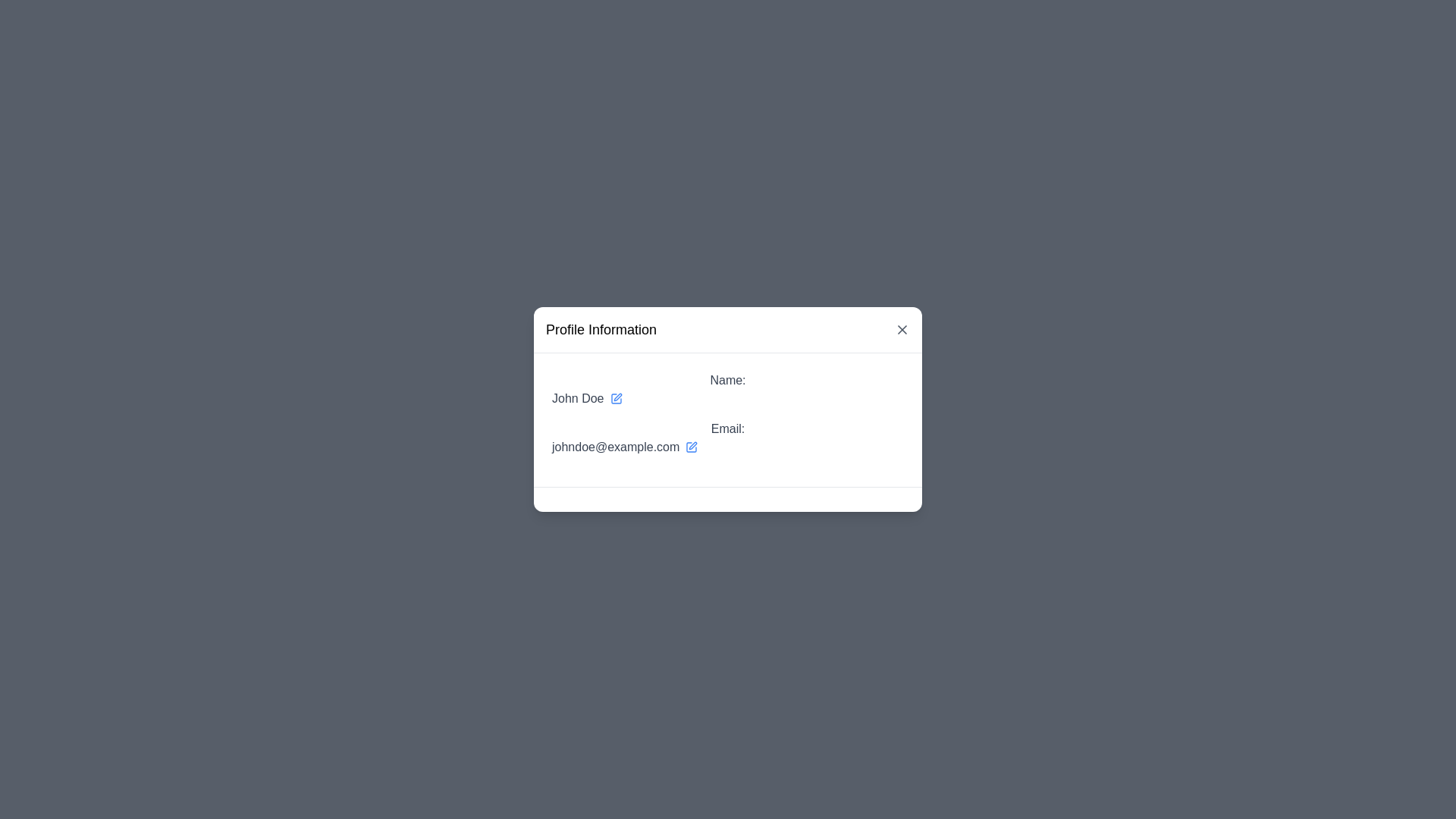  I want to click on the text label displaying 'Email:' which is located above the email address 'johndoe@example.com', so click(728, 429).